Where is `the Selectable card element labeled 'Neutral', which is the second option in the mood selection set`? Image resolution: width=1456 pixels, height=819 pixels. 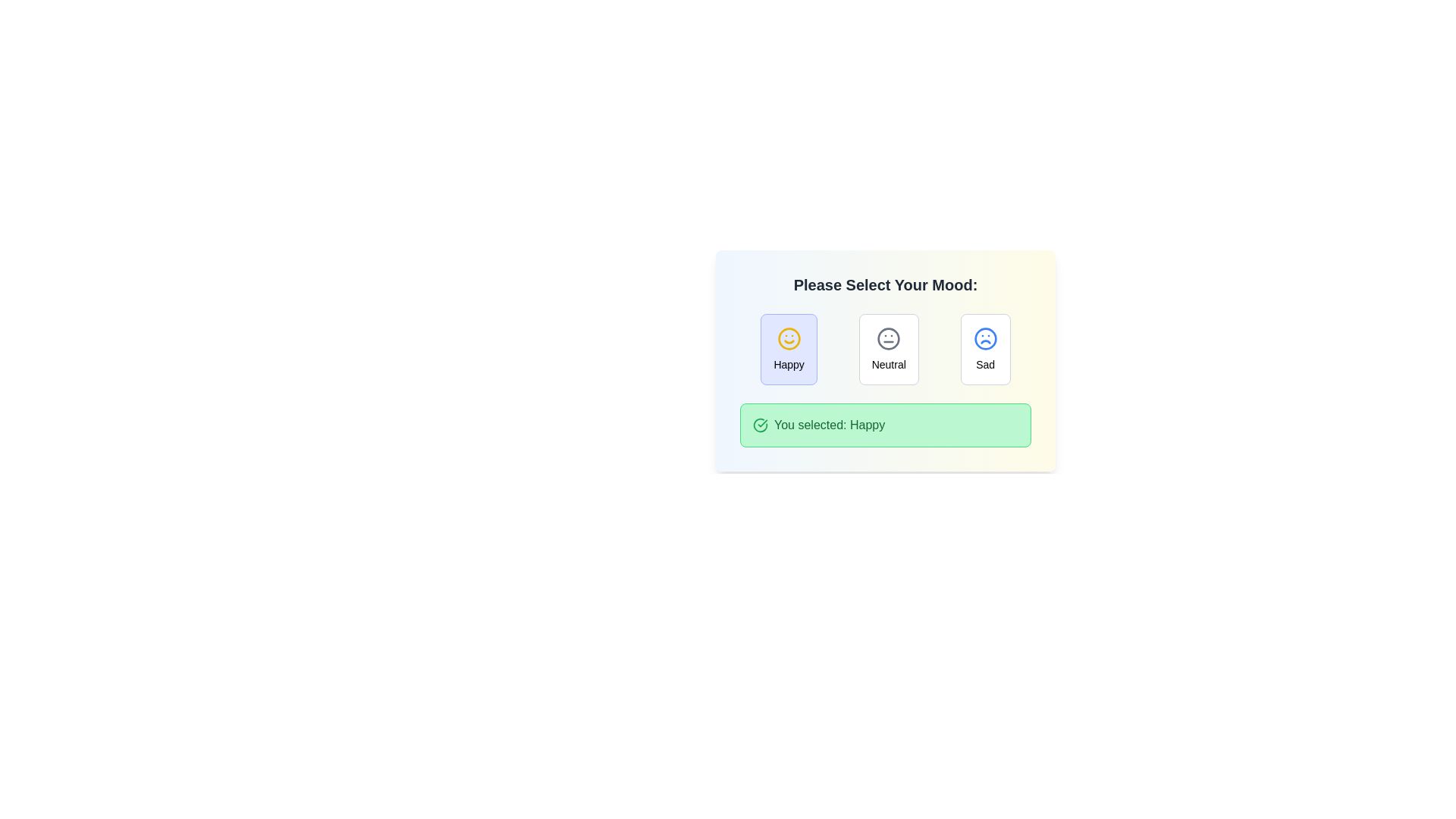
the Selectable card element labeled 'Neutral', which is the second option in the mood selection set is located at coordinates (889, 350).